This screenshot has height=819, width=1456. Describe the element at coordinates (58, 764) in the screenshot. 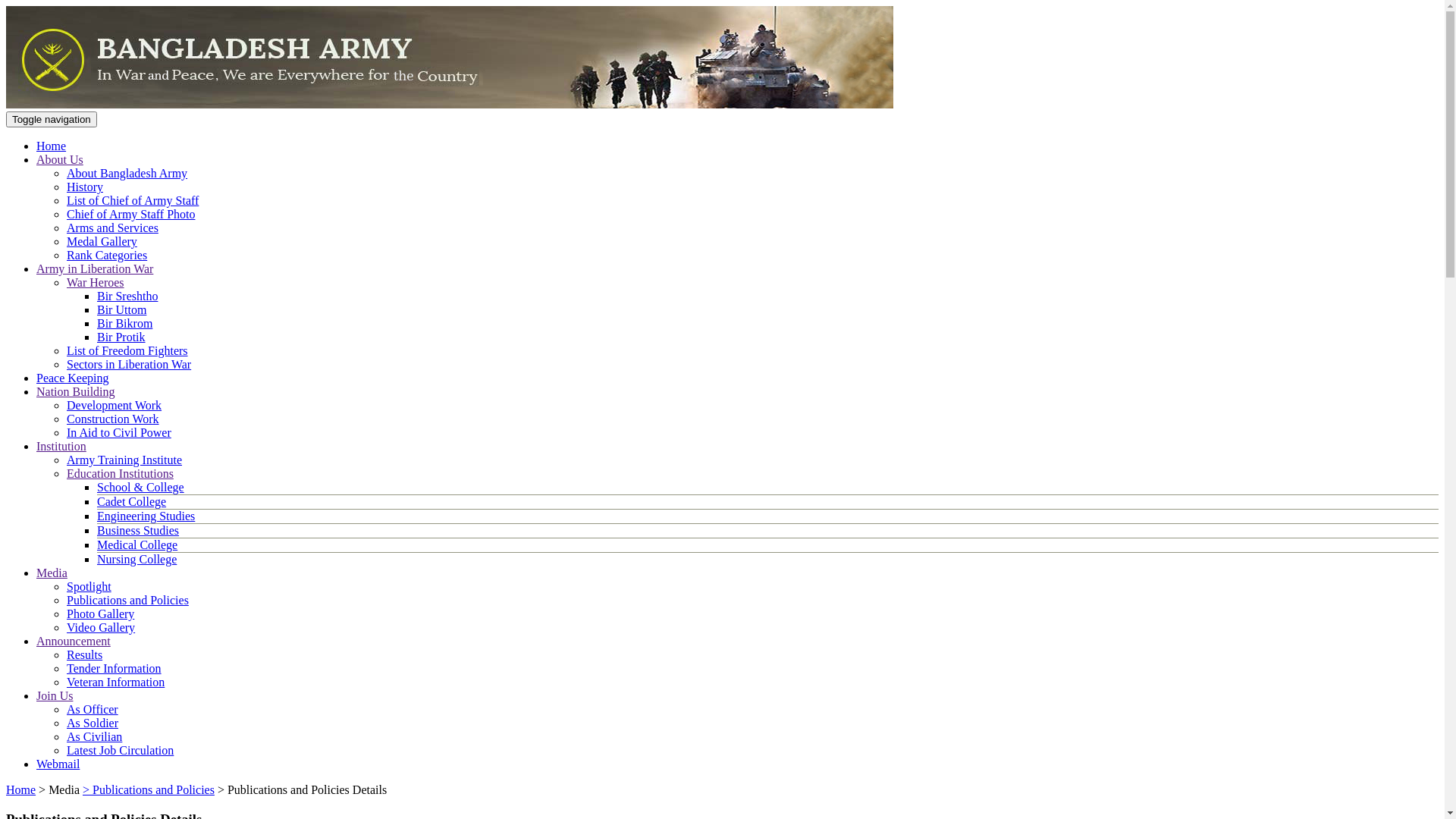

I see `'Webmail'` at that location.